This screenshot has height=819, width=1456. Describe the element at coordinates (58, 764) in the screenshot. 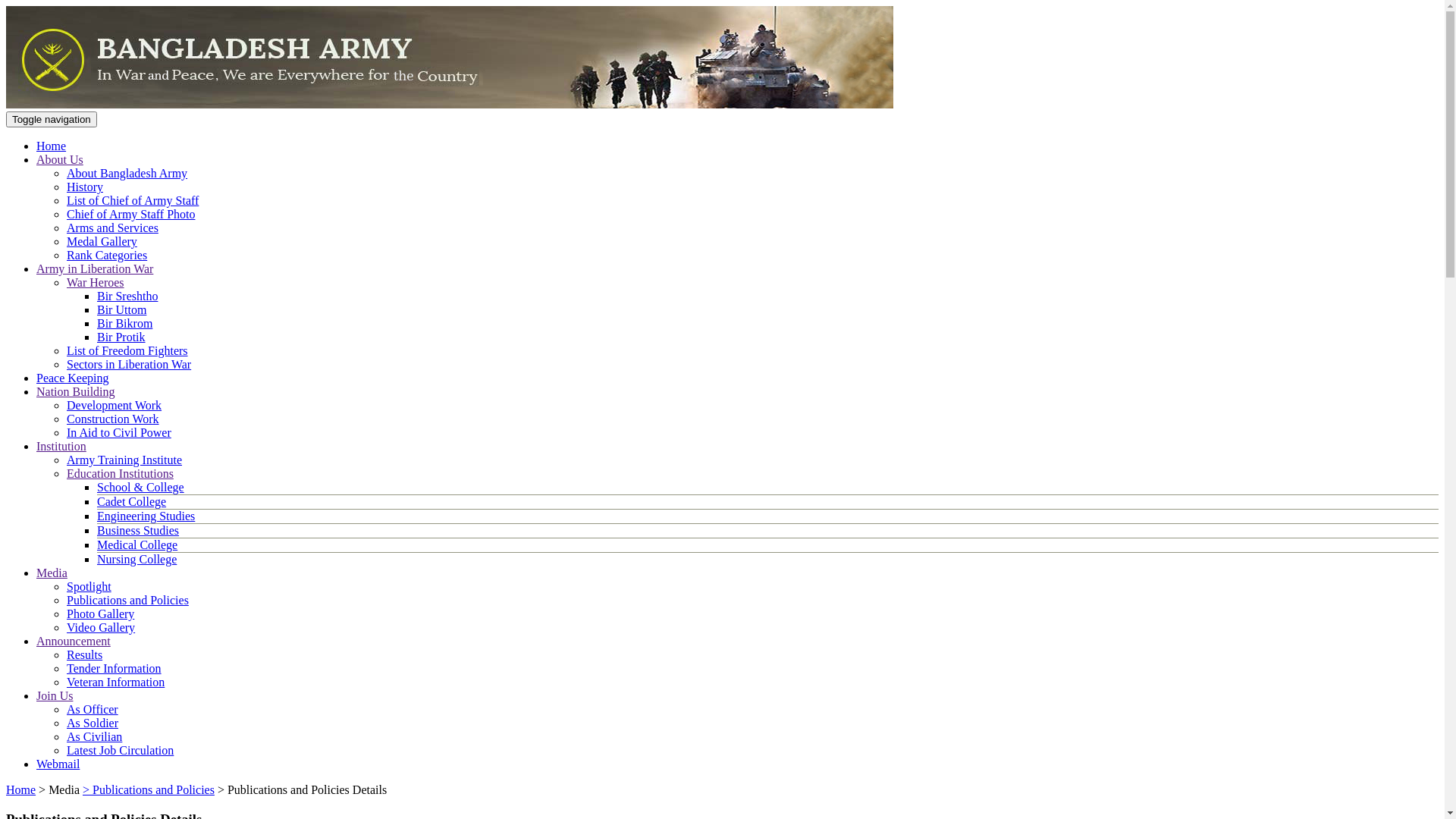

I see `'Webmail'` at that location.